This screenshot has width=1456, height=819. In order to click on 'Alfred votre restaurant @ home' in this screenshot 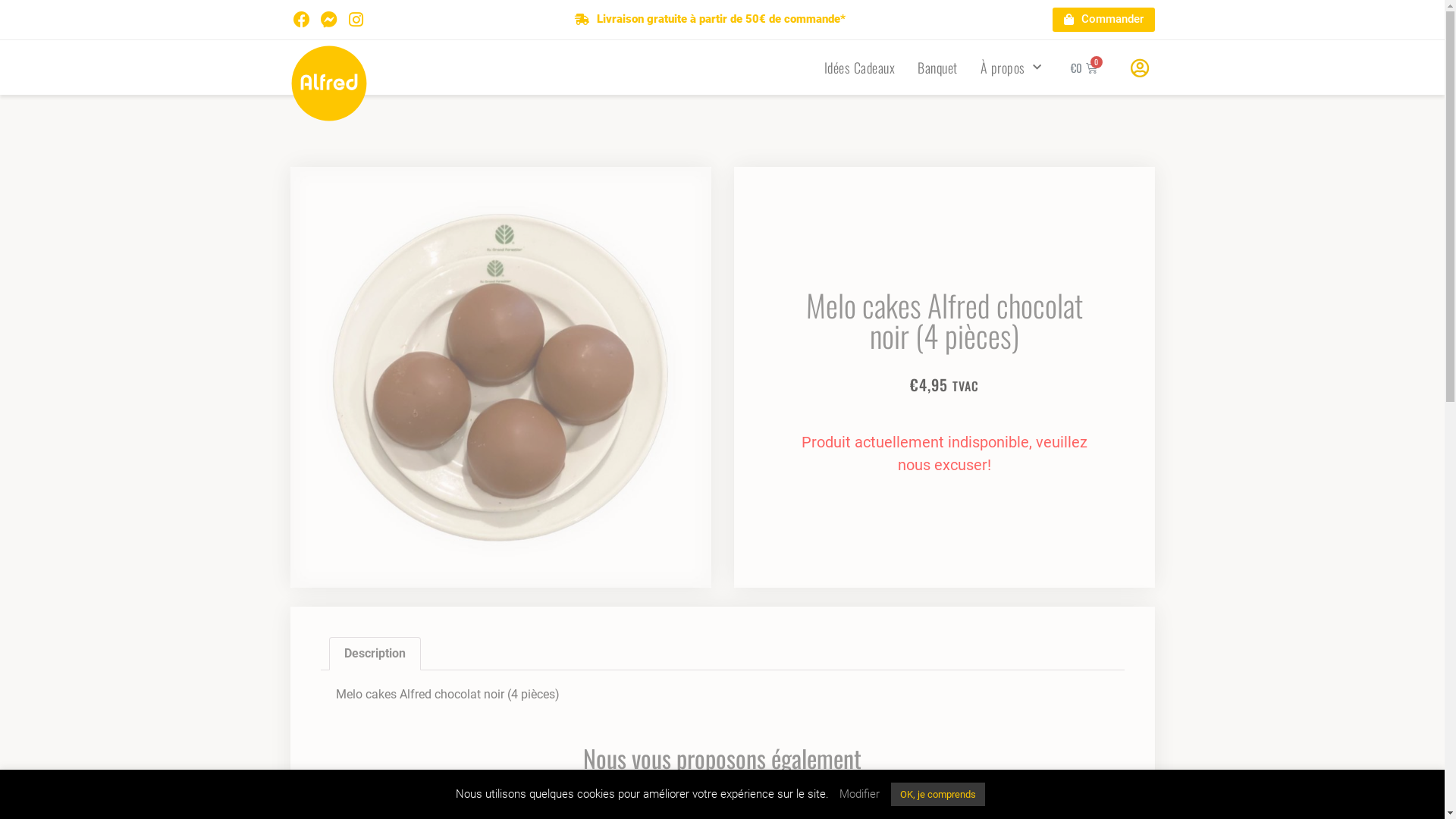, I will do `click(328, 83)`.